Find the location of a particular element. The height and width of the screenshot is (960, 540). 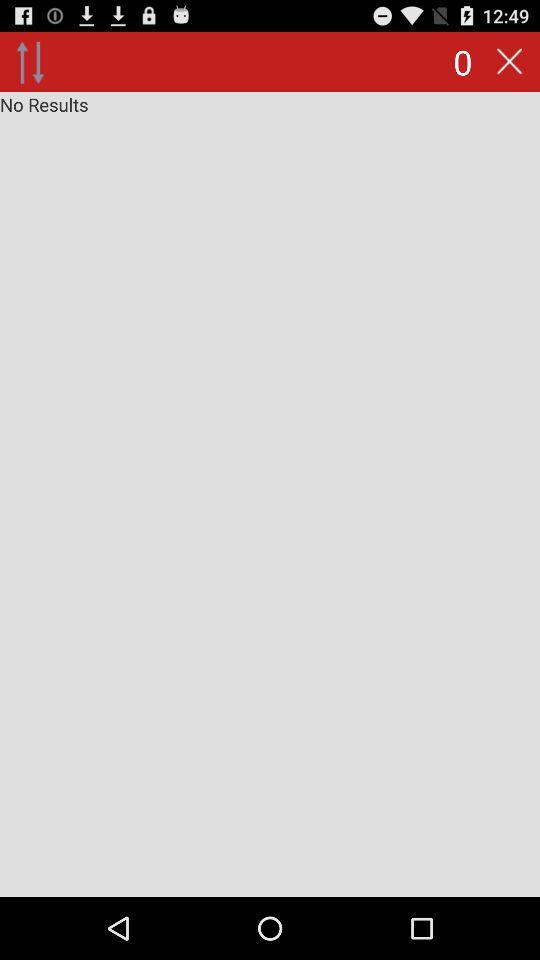

icon next to 0 icon is located at coordinates (29, 61).